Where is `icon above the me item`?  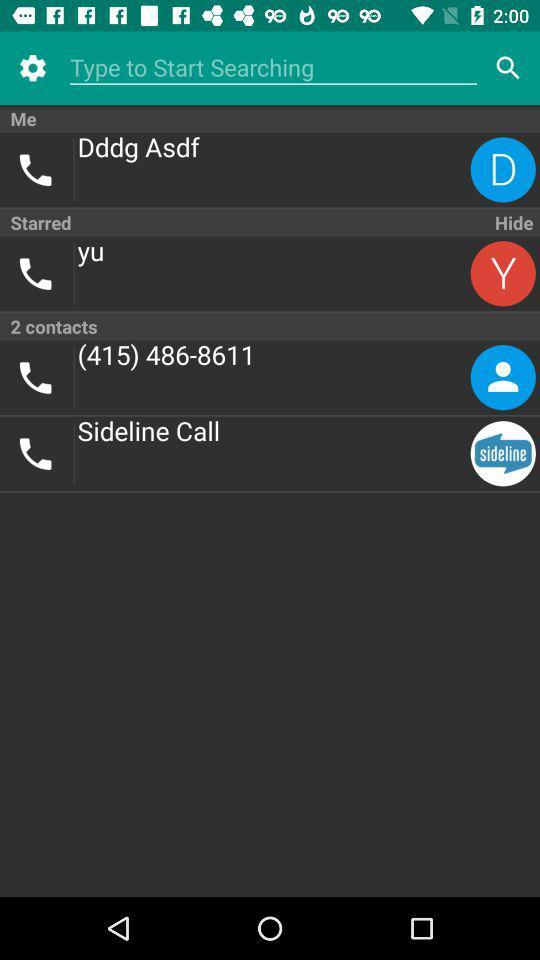
icon above the me item is located at coordinates (272, 68).